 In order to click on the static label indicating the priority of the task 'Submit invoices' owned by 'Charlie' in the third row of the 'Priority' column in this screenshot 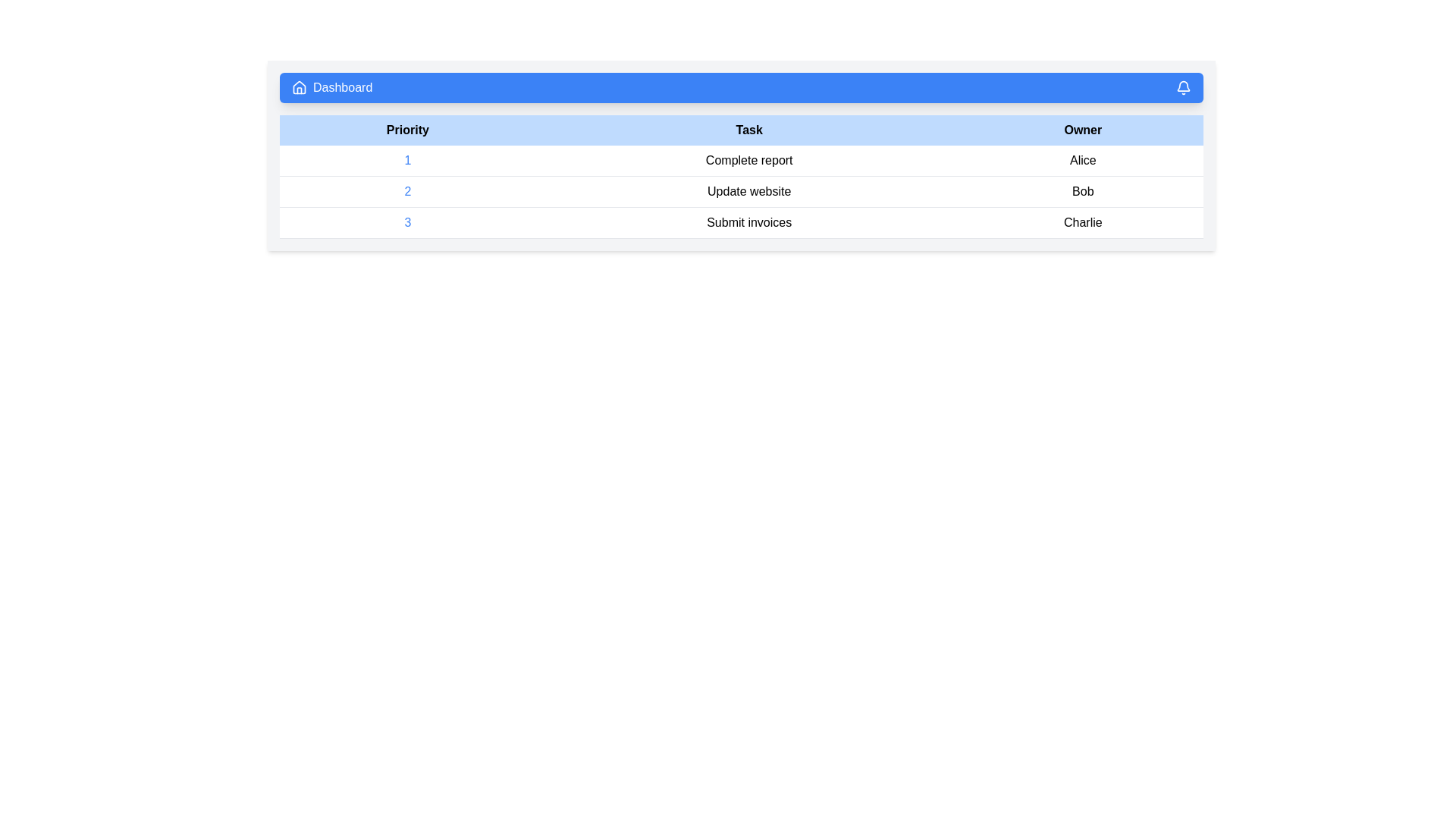, I will do `click(407, 222)`.